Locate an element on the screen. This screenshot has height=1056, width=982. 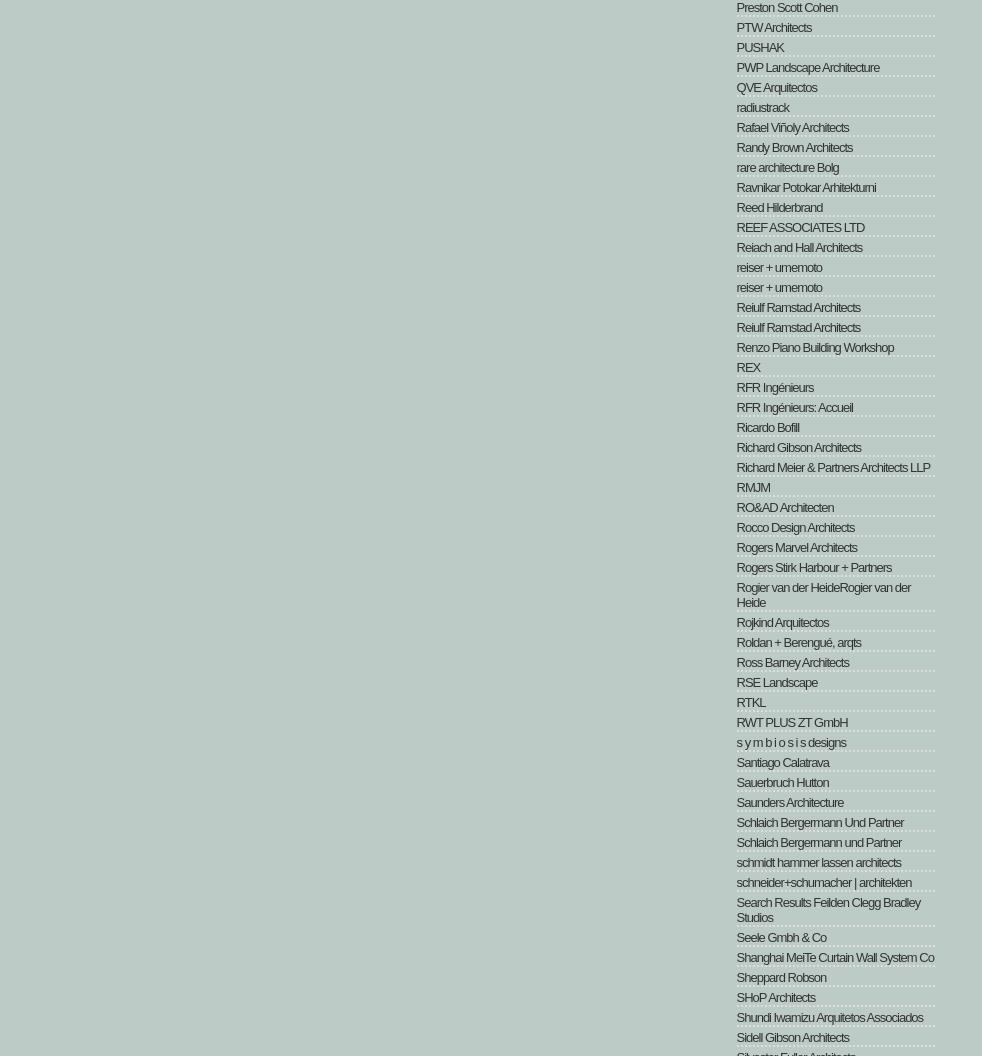
'Rojkind Arquitectos' is located at coordinates (781, 621).